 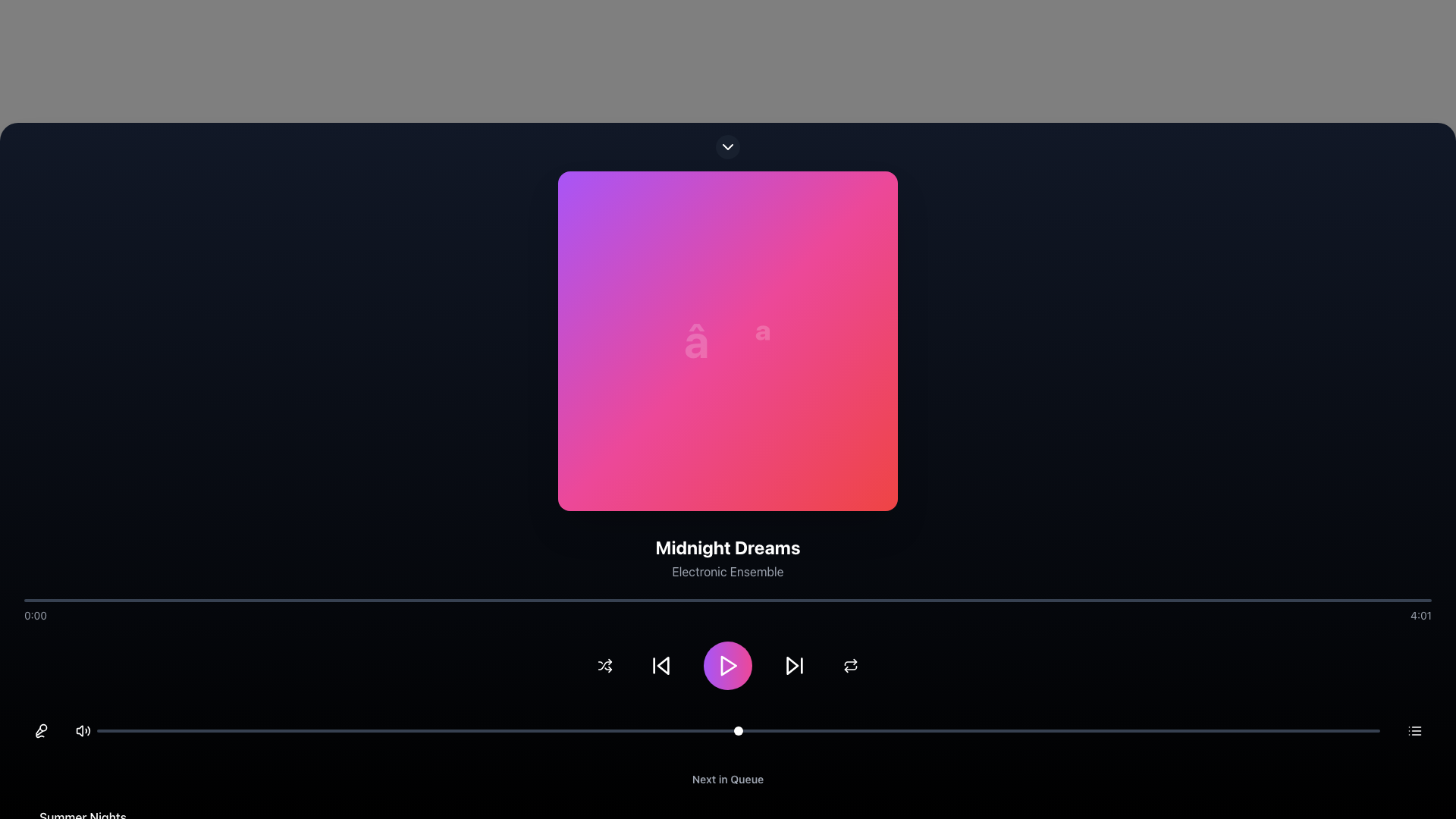 What do you see at coordinates (728, 616) in the screenshot?
I see `the time indicators of the progress bar located at the bottom part of the application interface` at bounding box center [728, 616].